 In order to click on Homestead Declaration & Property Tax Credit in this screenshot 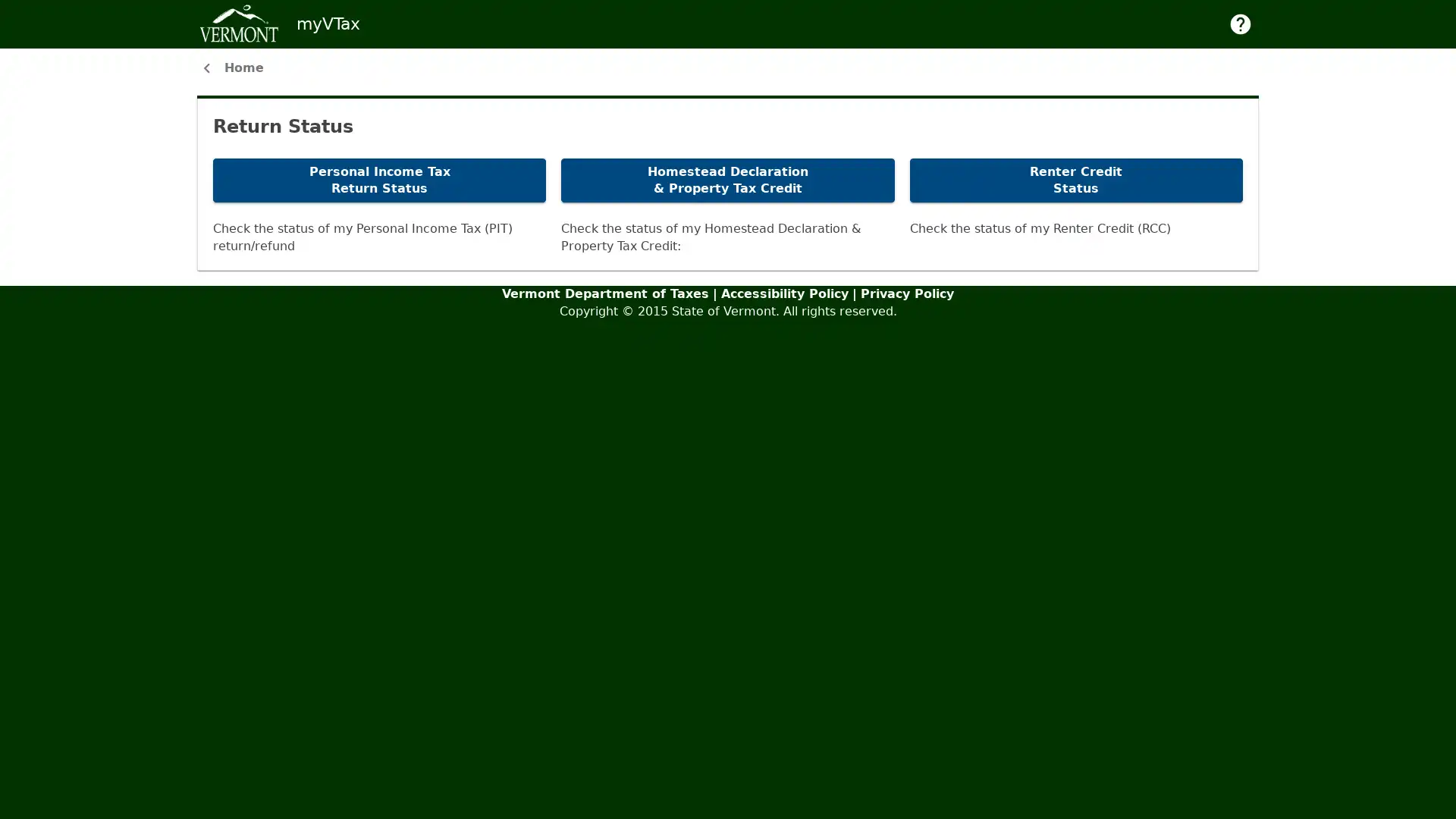, I will do `click(726, 179)`.